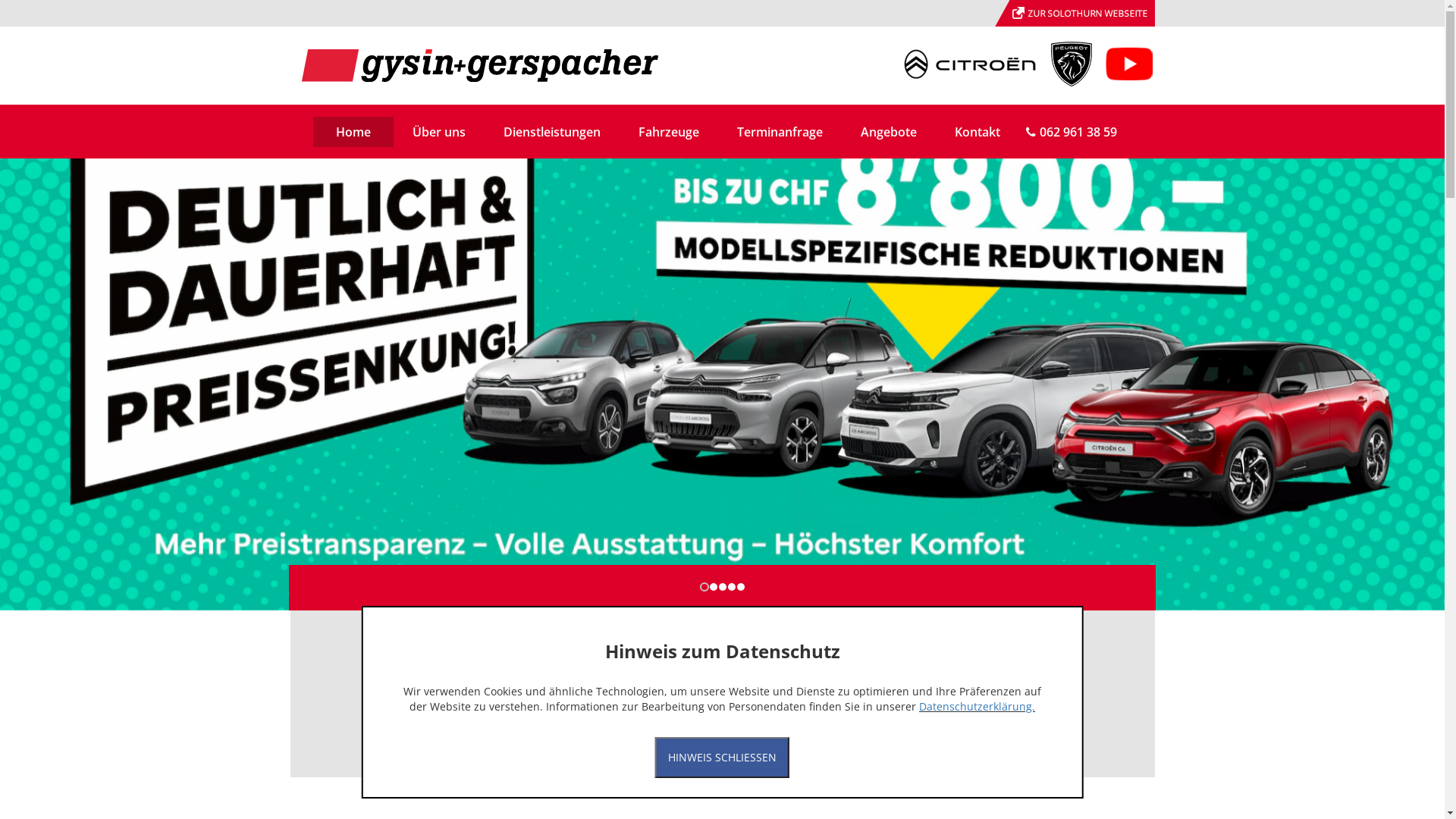  Describe the element at coordinates (888, 130) in the screenshot. I see `'Angebote'` at that location.